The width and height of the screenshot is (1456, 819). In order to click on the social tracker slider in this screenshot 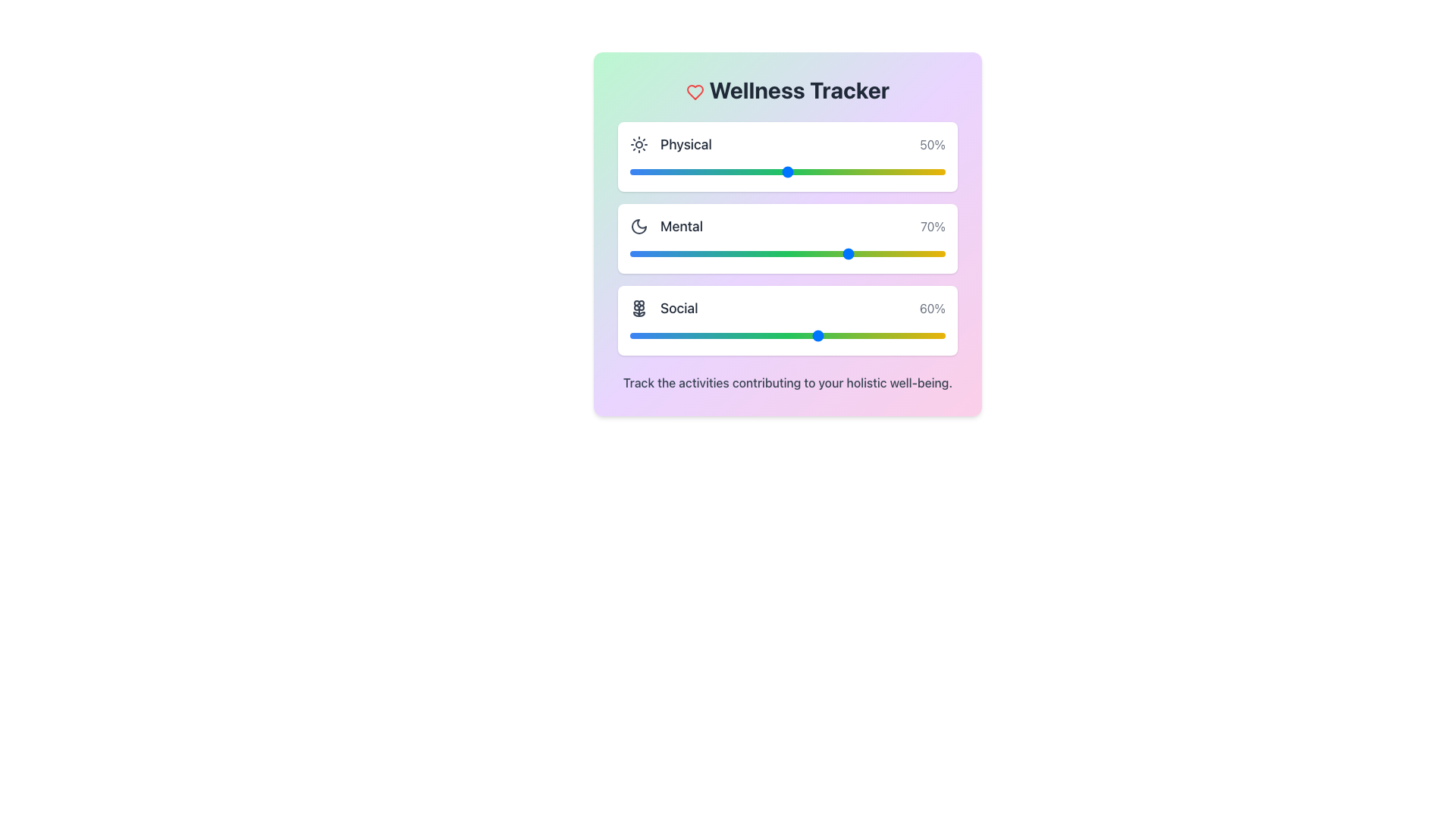, I will do `click(879, 335)`.